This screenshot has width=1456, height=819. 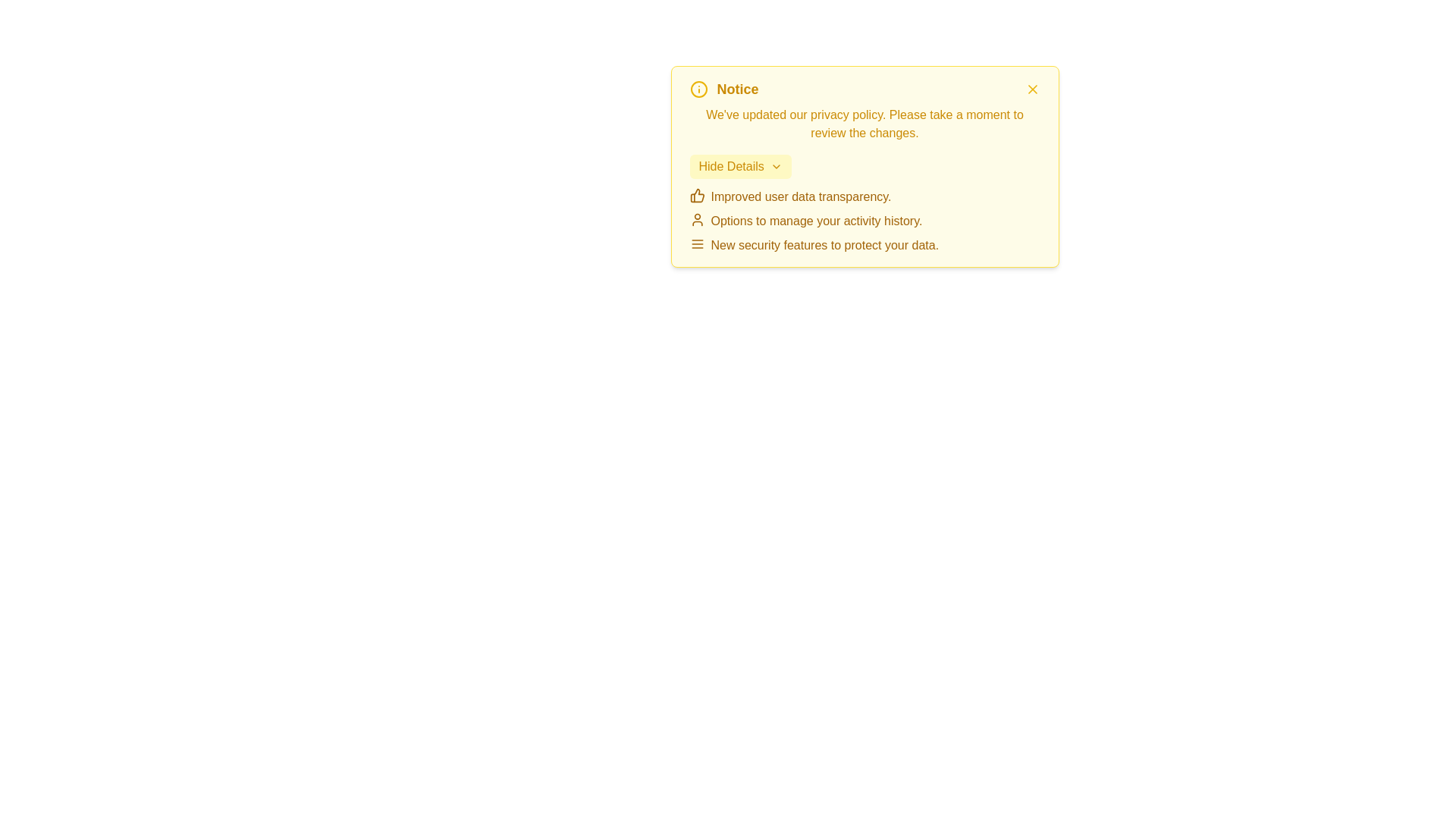 What do you see at coordinates (698, 89) in the screenshot?
I see `the circular icon with a yellow outline and white background, which contains an info symbol, located to the left of the bold yellow text label 'Notice'` at bounding box center [698, 89].